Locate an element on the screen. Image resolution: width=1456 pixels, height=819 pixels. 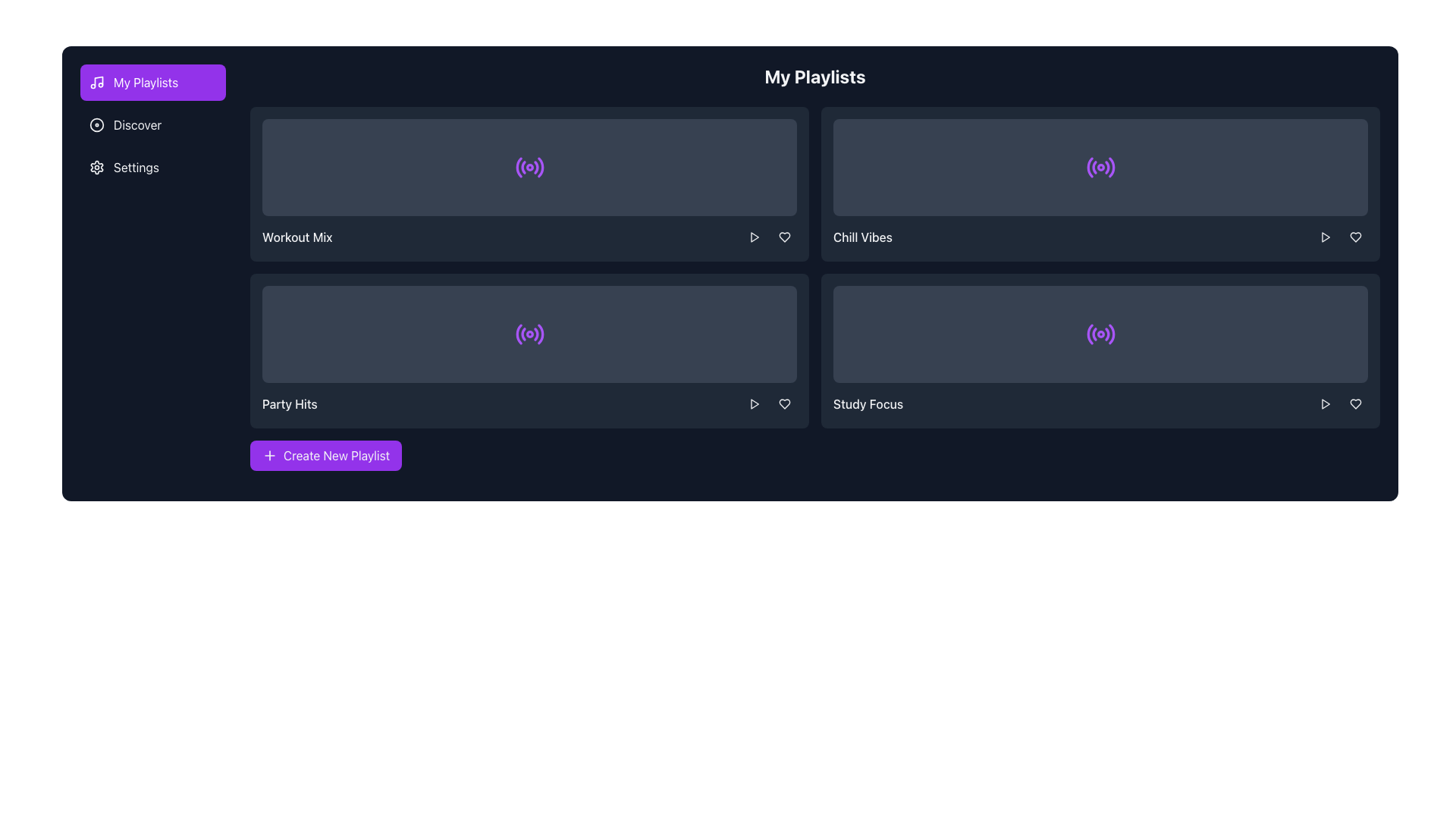
the heart icon located in the bottom-right corner of the fourth playlist card (Study Focus) to mark it as a favorite is located at coordinates (1356, 403).